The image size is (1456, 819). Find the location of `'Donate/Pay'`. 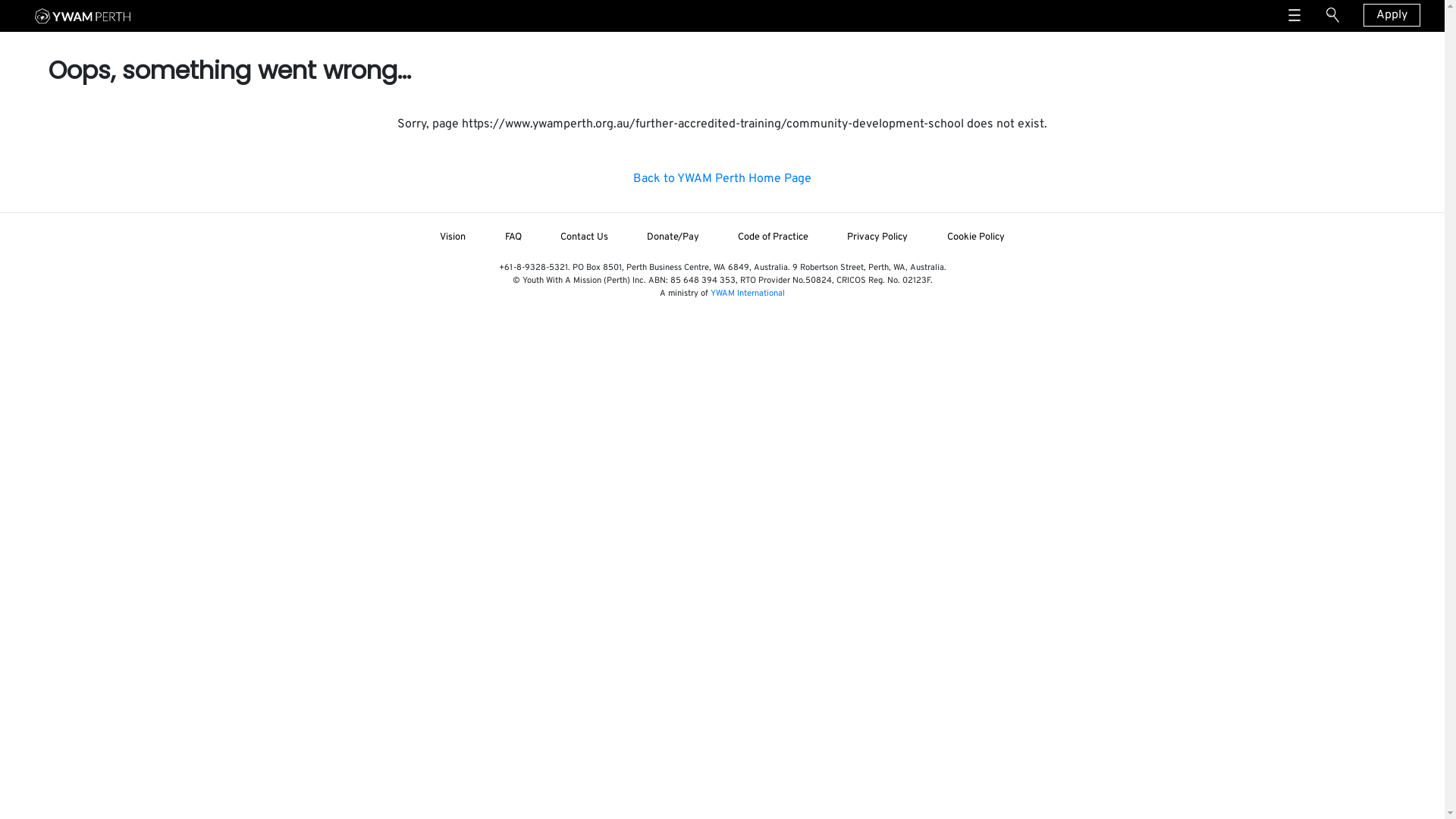

'Donate/Pay' is located at coordinates (672, 237).